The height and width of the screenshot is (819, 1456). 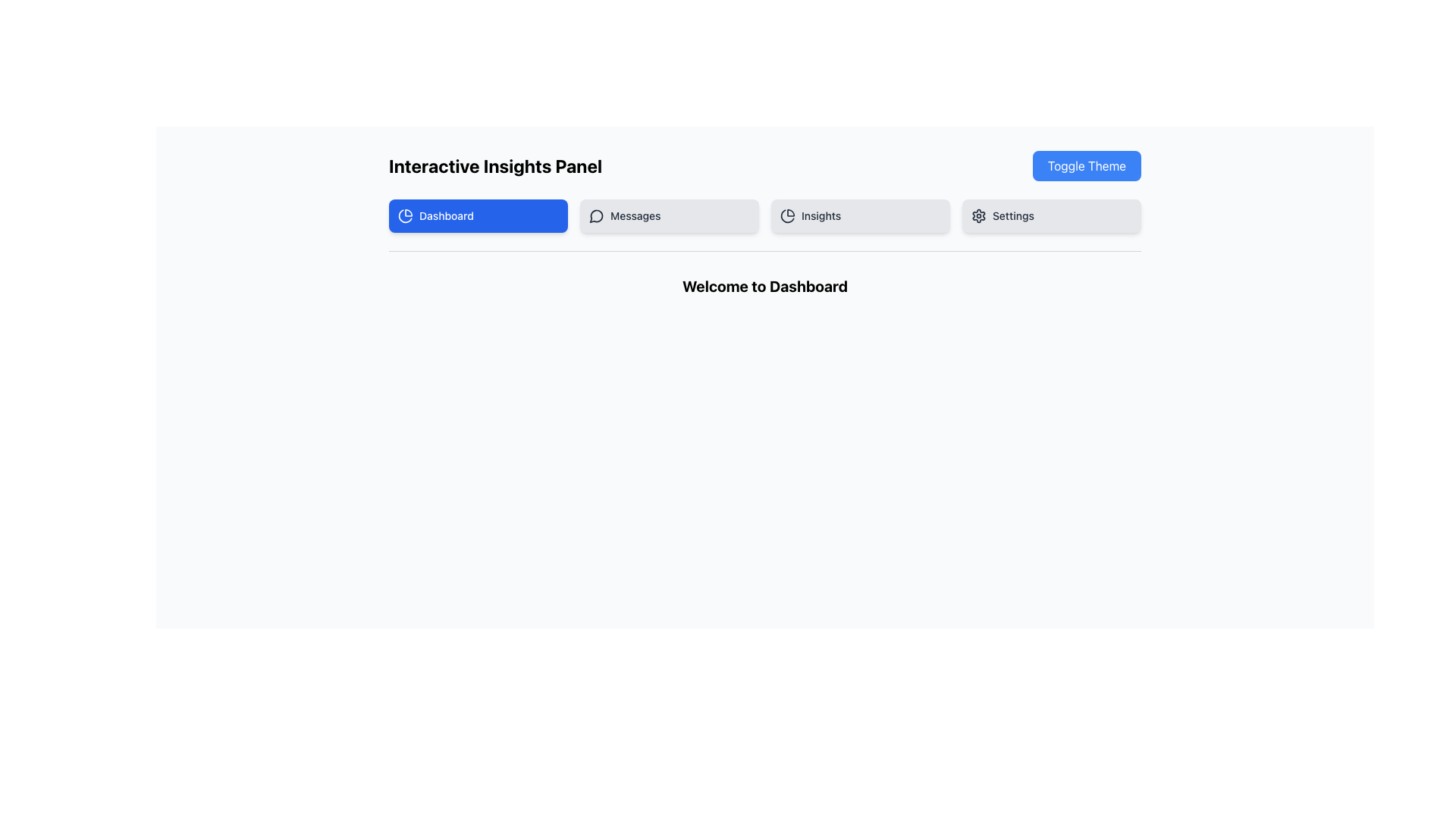 What do you see at coordinates (764, 287) in the screenshot?
I see `the Text Label that provides a greeting or header for the dashboard content area, located below the navigation menu` at bounding box center [764, 287].